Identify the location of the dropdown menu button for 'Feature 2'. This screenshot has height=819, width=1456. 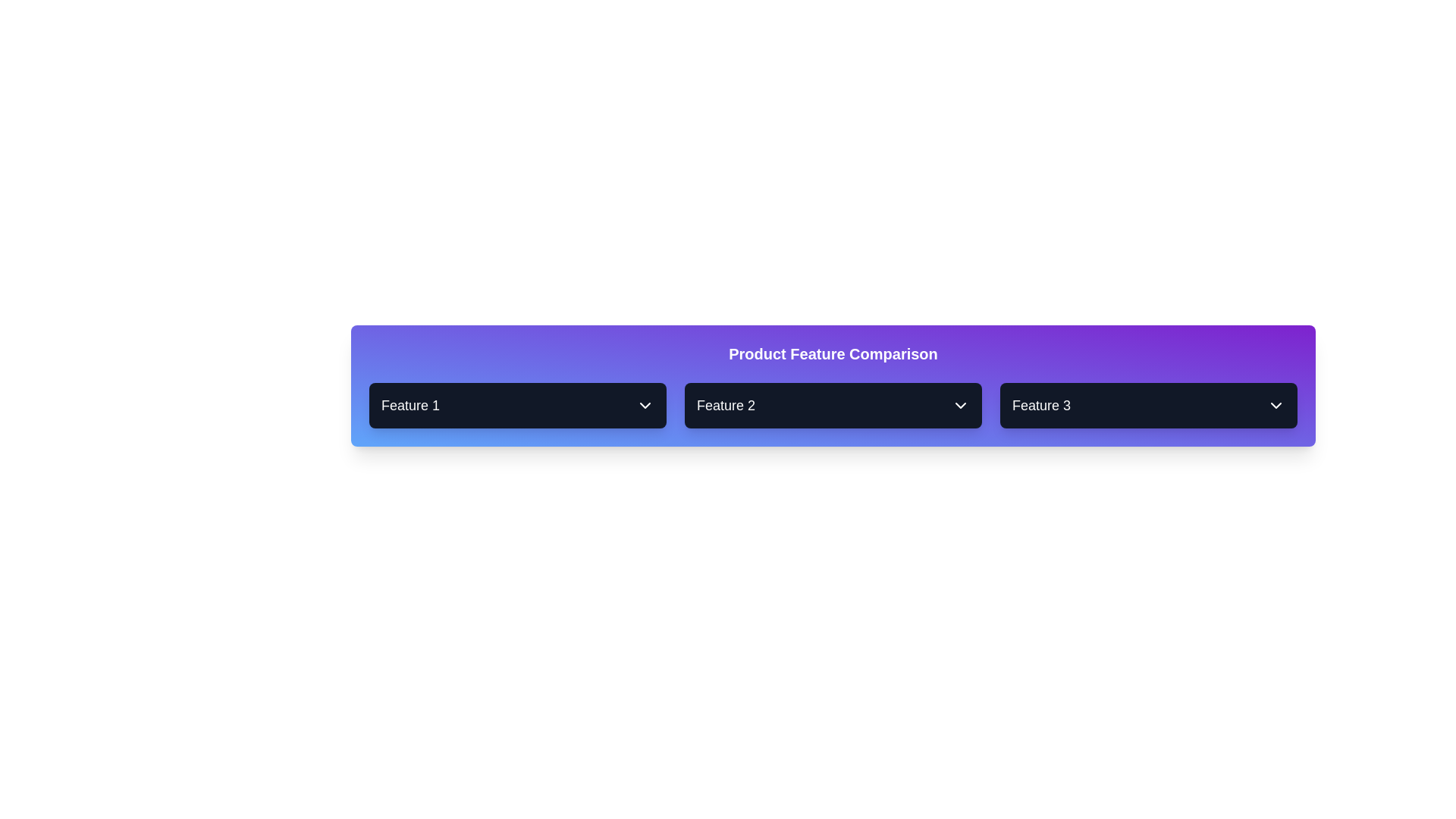
(833, 405).